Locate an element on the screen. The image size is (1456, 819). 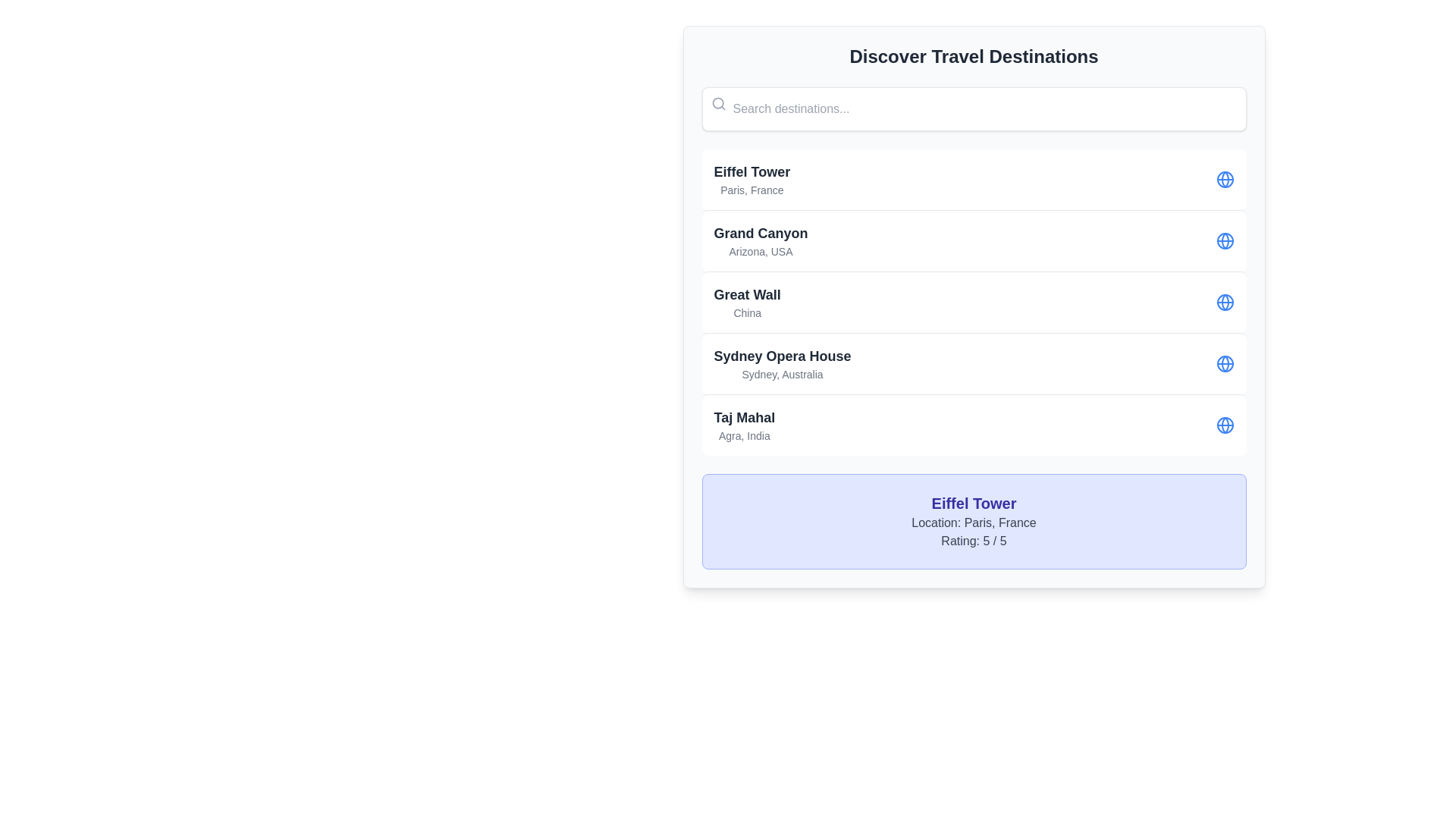
the globe icon with a blue border and white fill, positioned third in the column of globe icons, aligned with the text 'Great Wall' is located at coordinates (1225, 240).